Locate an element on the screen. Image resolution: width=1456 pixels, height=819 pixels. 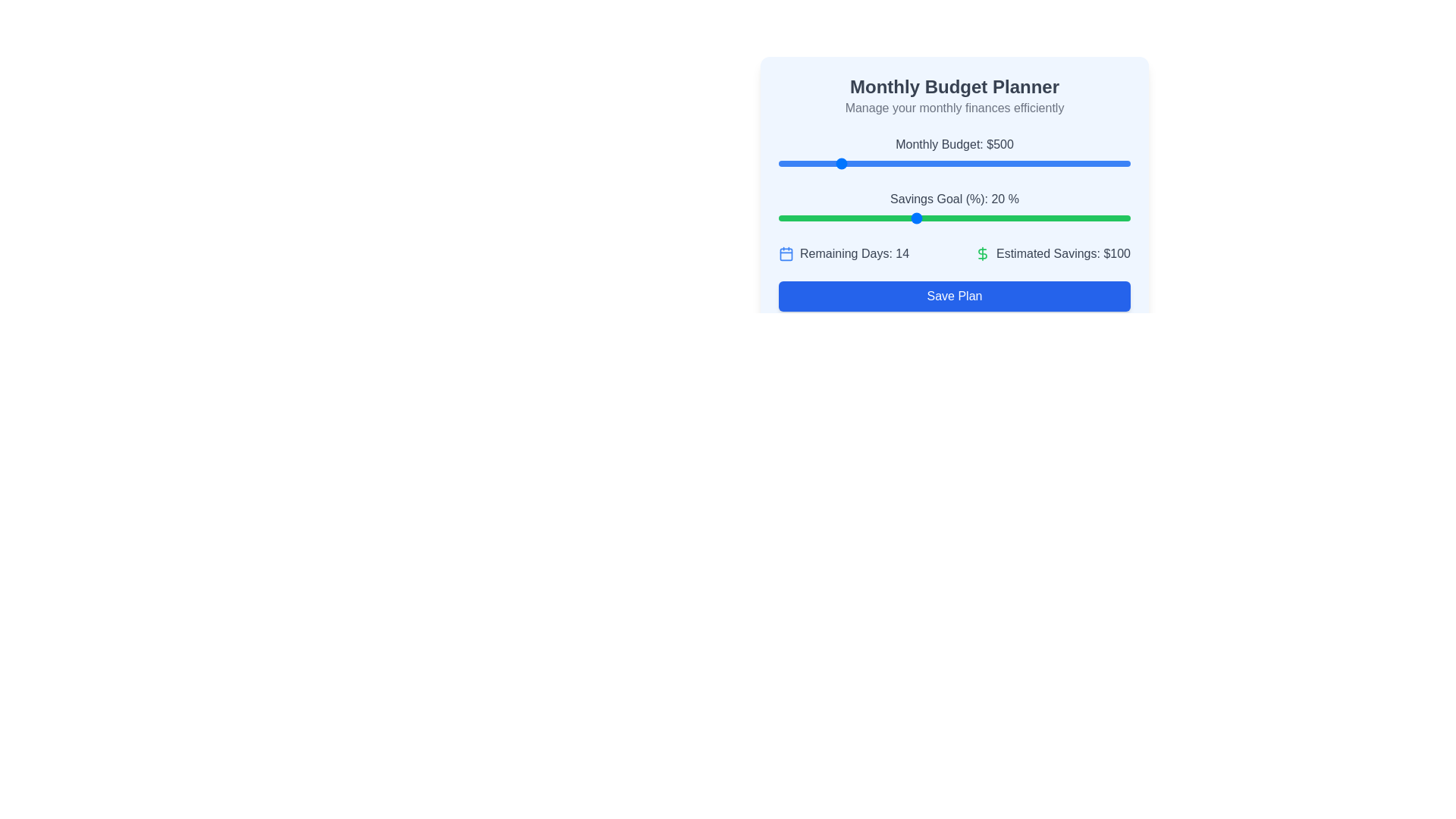
the 'Monthly Budget Planner' text block, which includes the title in bold dark gray and subtitle in lighter gray, located at the top of the card layout is located at coordinates (953, 96).